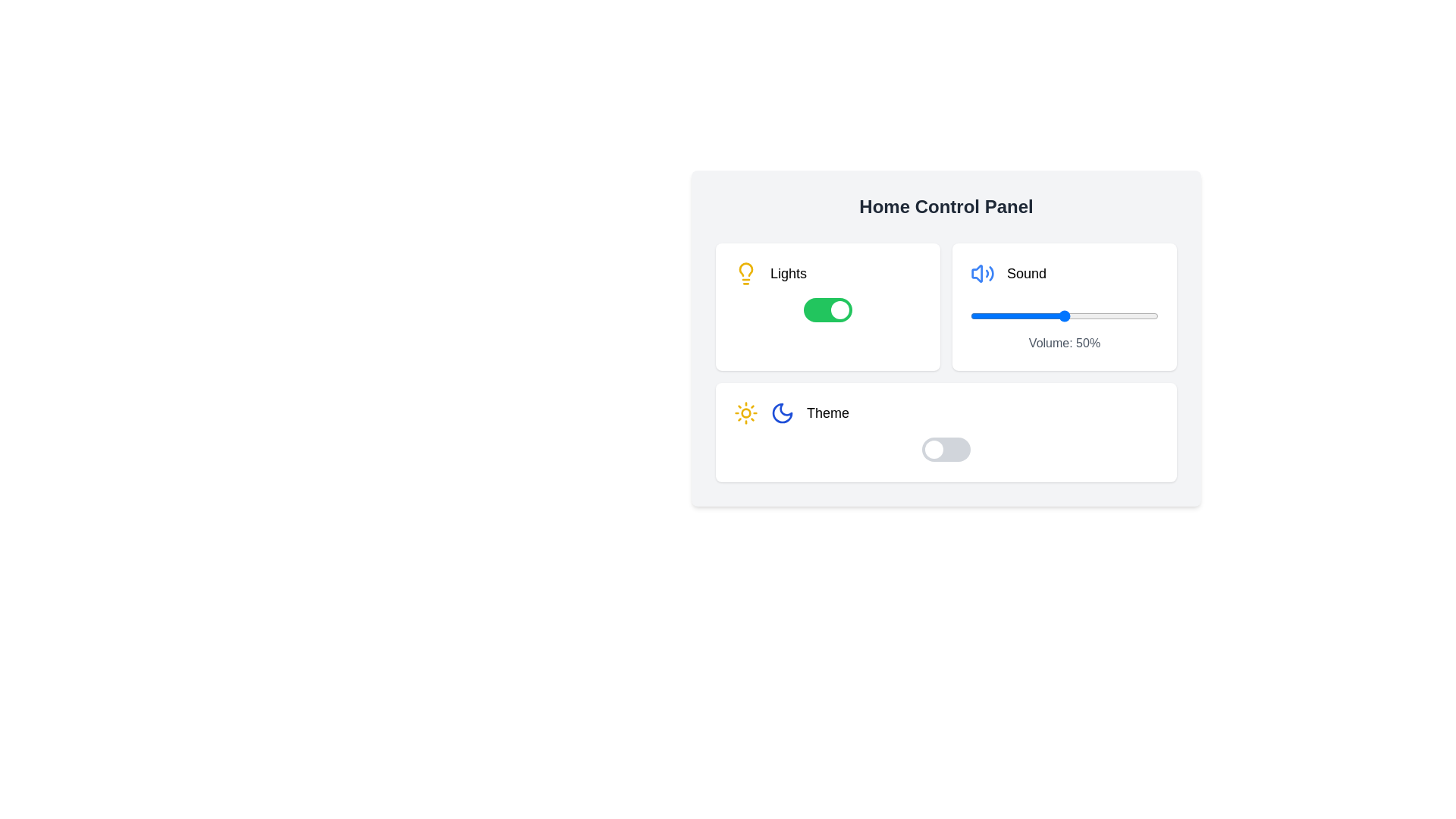 Image resolution: width=1456 pixels, height=819 pixels. What do you see at coordinates (999, 315) in the screenshot?
I see `the volume` at bounding box center [999, 315].